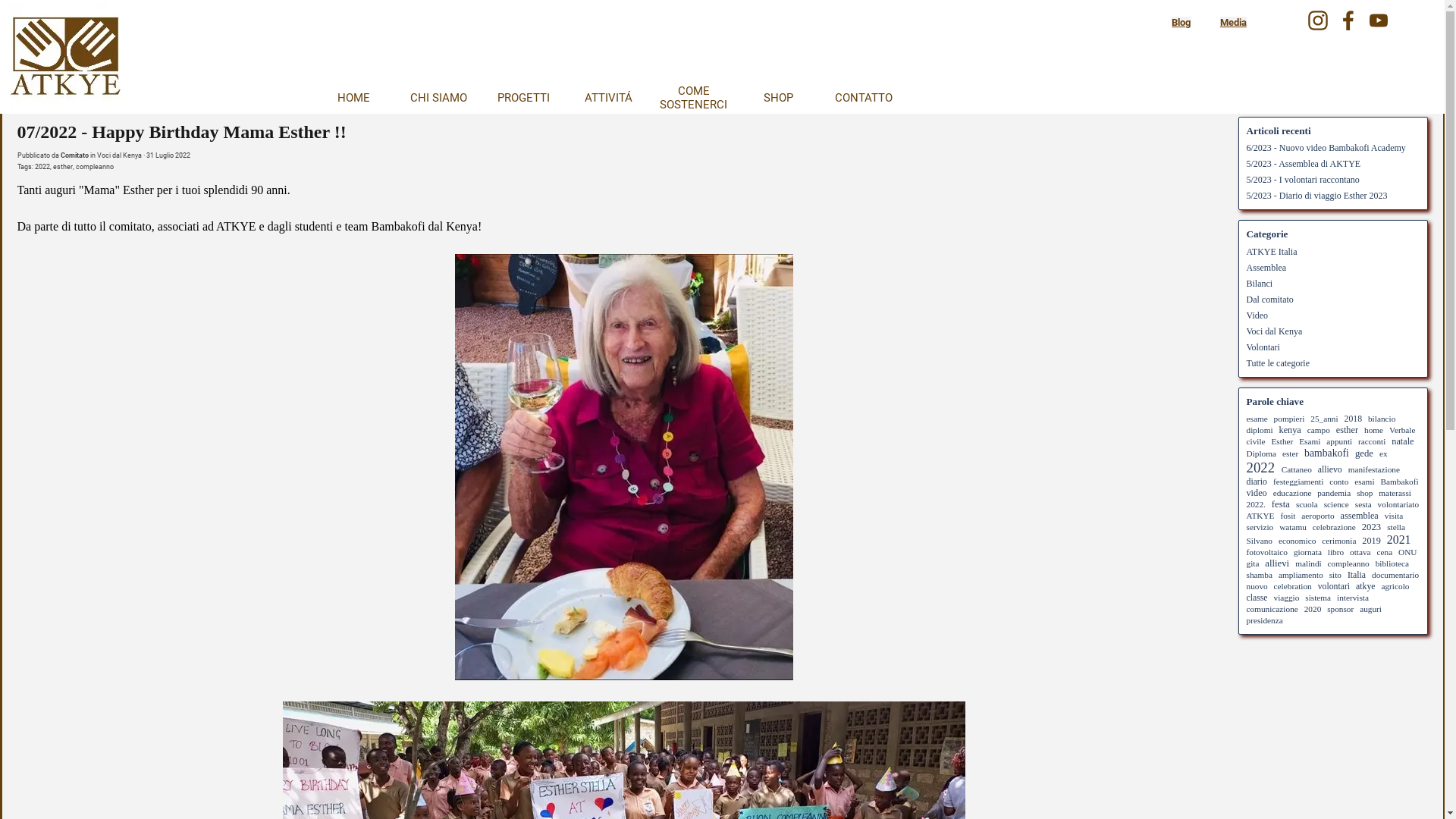  Describe the element at coordinates (1363, 504) in the screenshot. I see `'sesta'` at that location.